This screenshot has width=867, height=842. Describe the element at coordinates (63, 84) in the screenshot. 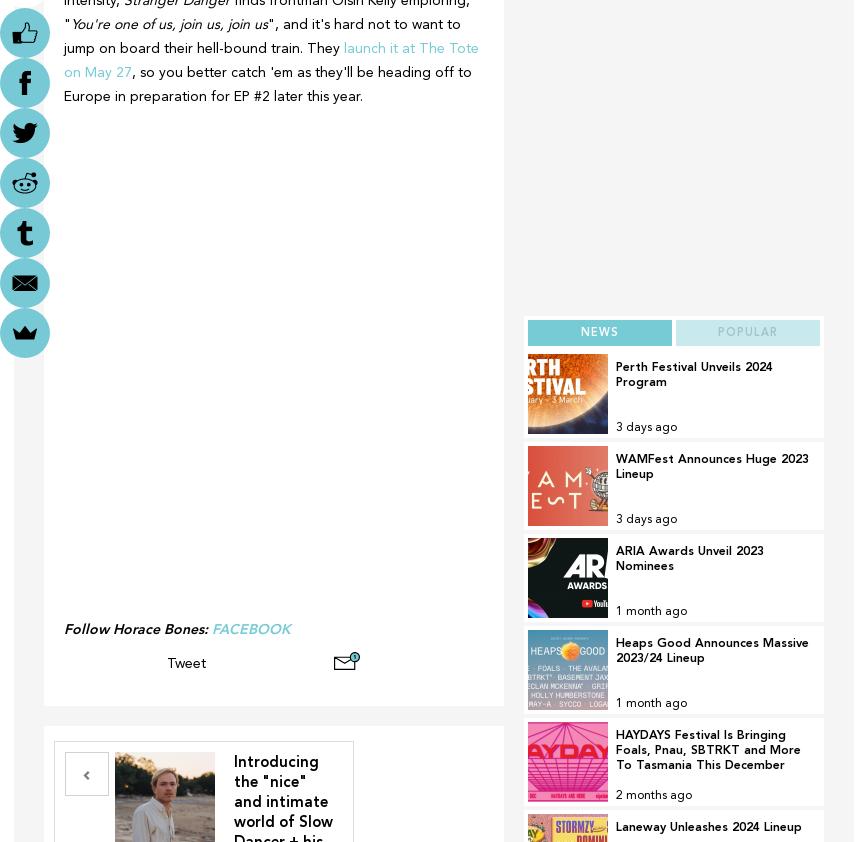

I see `', so you better catch 'em as they'll be heading off to Europe in preparation for EP #2 later this year.'` at that location.